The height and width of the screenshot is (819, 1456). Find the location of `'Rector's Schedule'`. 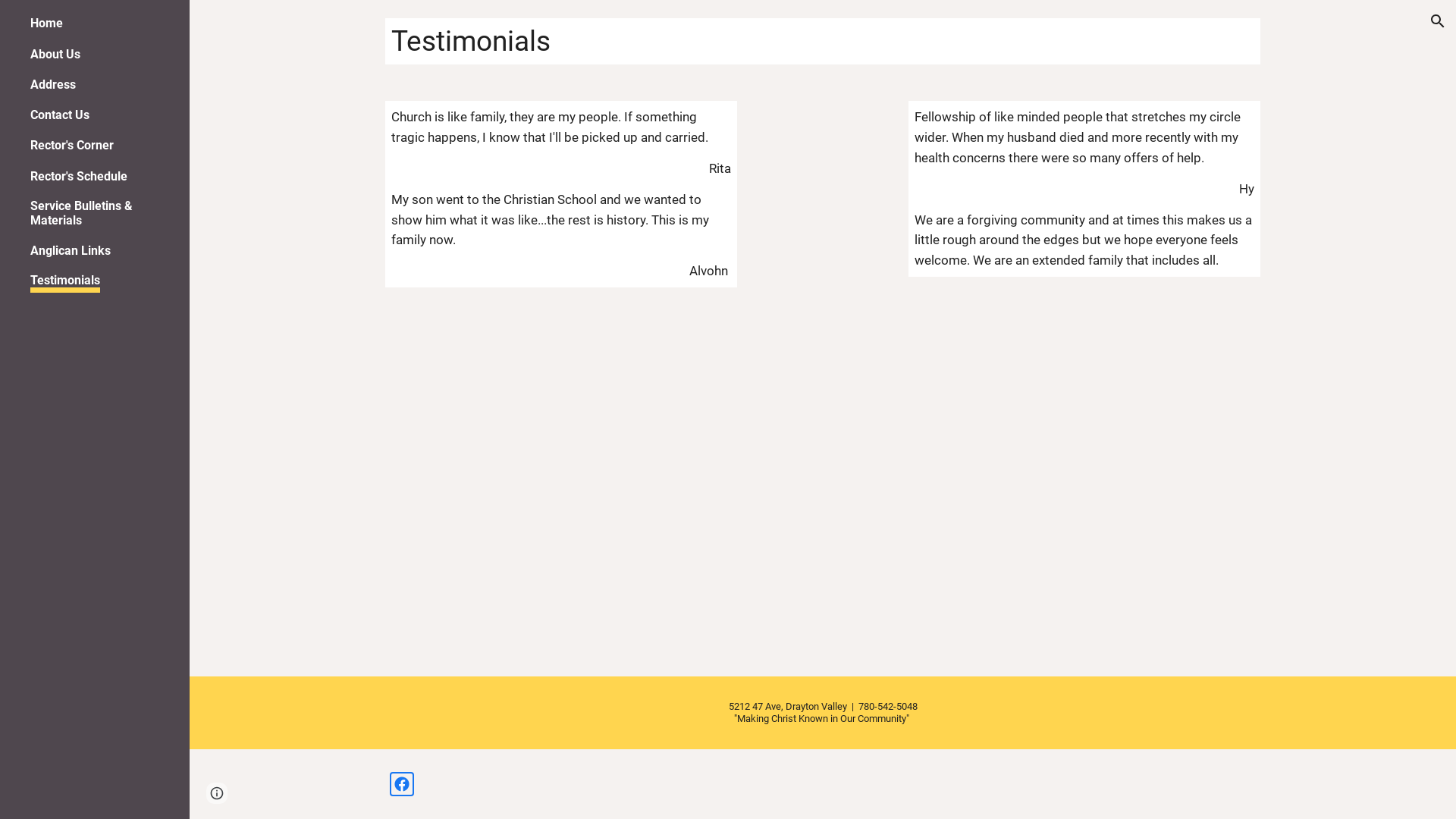

'Rector's Schedule' is located at coordinates (78, 175).